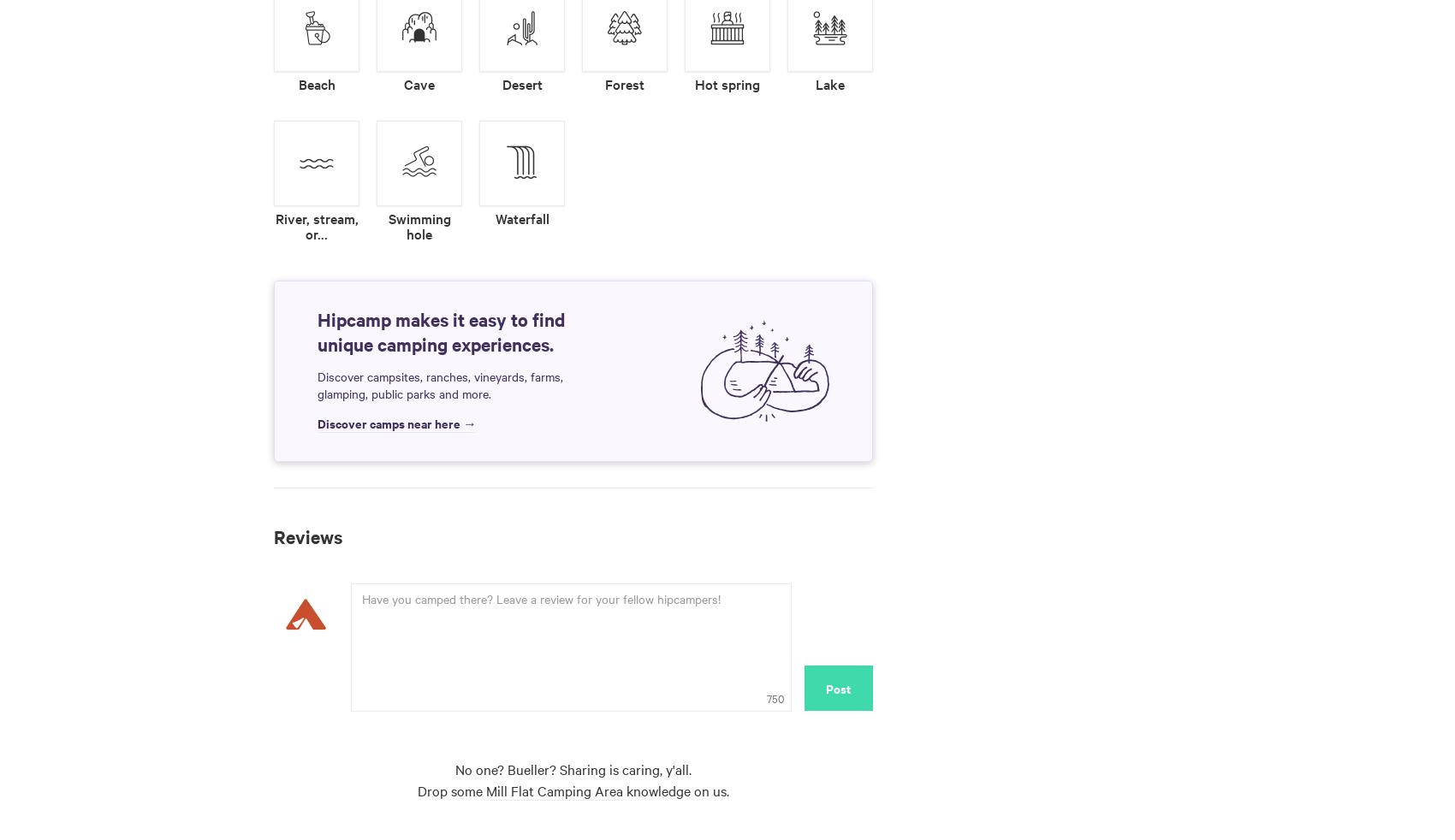 The width and height of the screenshot is (1455, 840). What do you see at coordinates (440, 384) in the screenshot?
I see `'Discover campsites, ranches, vineyards, farms, glamping, public parks and more.'` at bounding box center [440, 384].